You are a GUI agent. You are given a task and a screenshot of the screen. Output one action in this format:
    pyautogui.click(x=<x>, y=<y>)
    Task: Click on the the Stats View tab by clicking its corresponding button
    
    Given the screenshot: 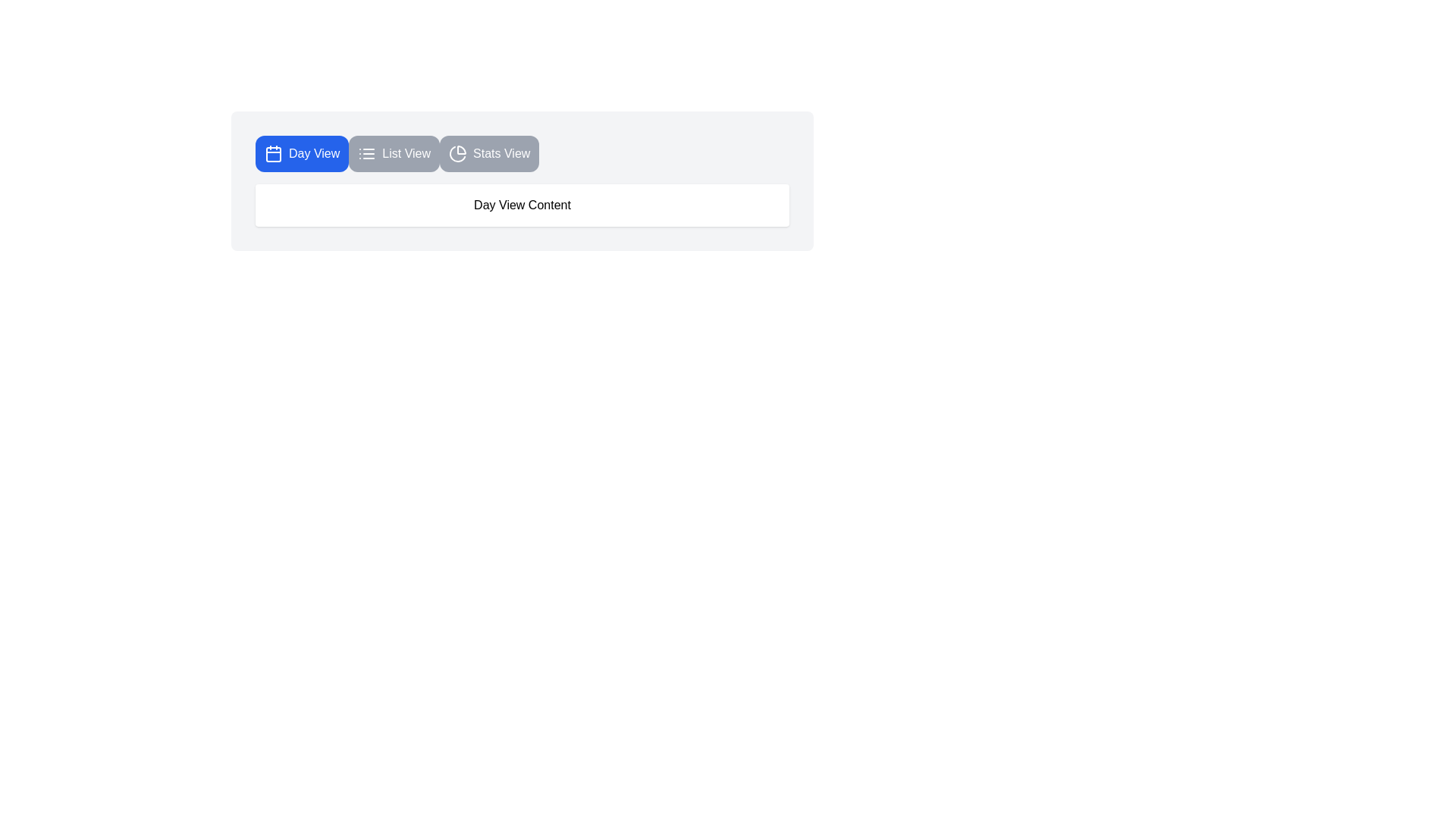 What is the action you would take?
    pyautogui.click(x=488, y=154)
    